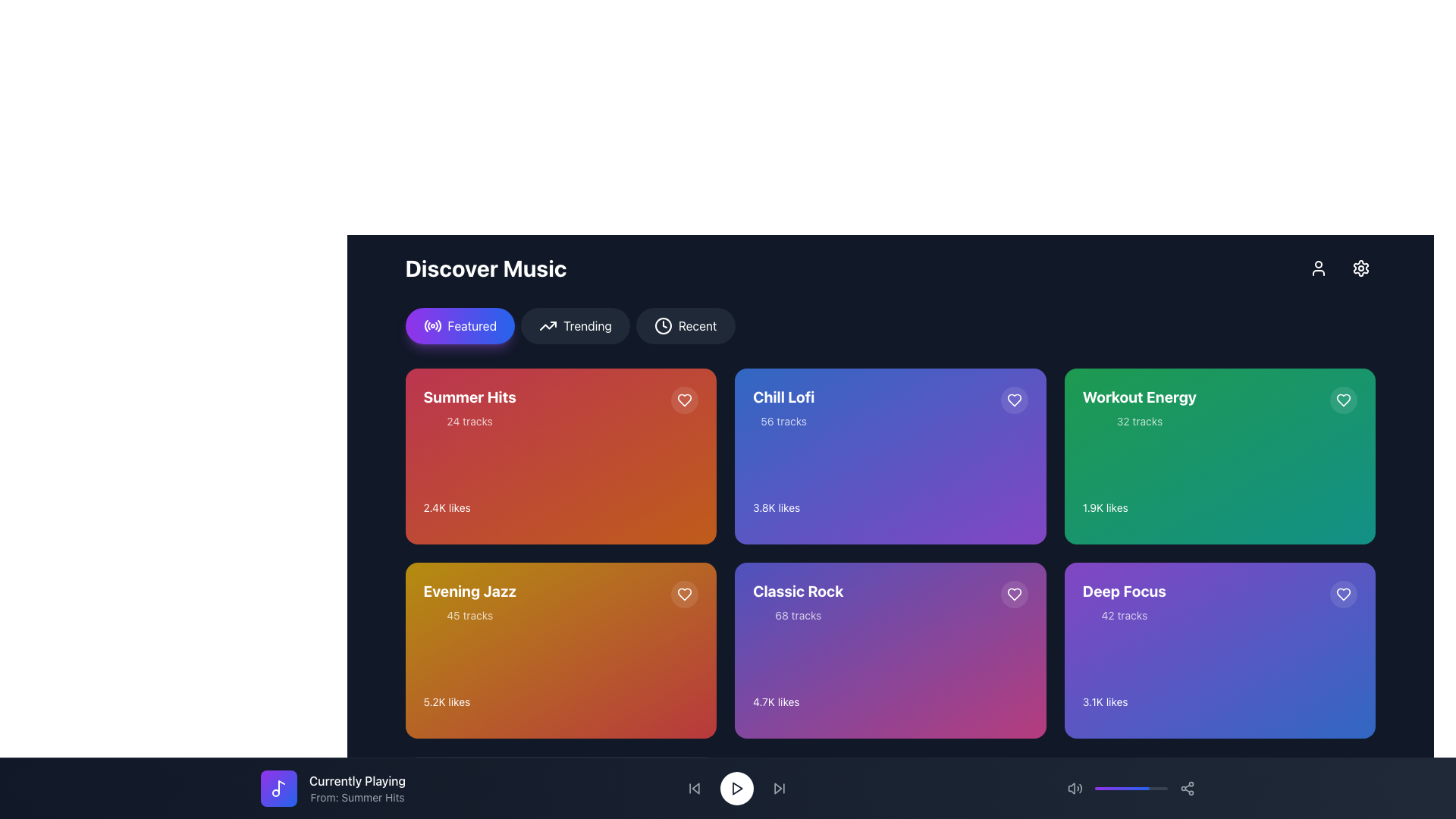 The width and height of the screenshot is (1456, 819). Describe the element at coordinates (679, 532) in the screenshot. I see `the play button located at the bottom right corner of the 'Summer Hits' card to initiate playback` at that location.